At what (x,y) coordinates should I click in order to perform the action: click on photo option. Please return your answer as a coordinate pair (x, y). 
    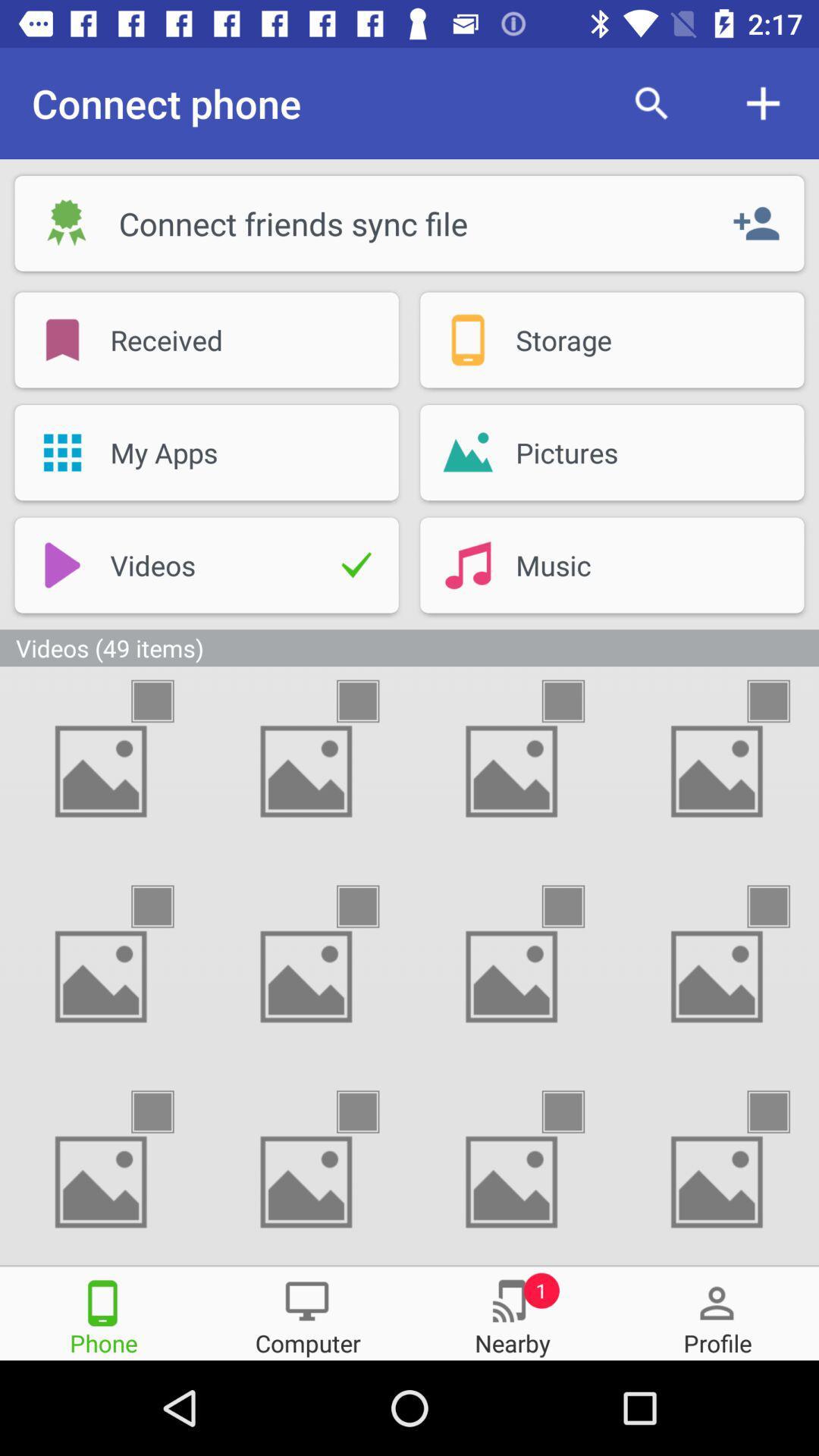
    Looking at the image, I should click on (782, 906).